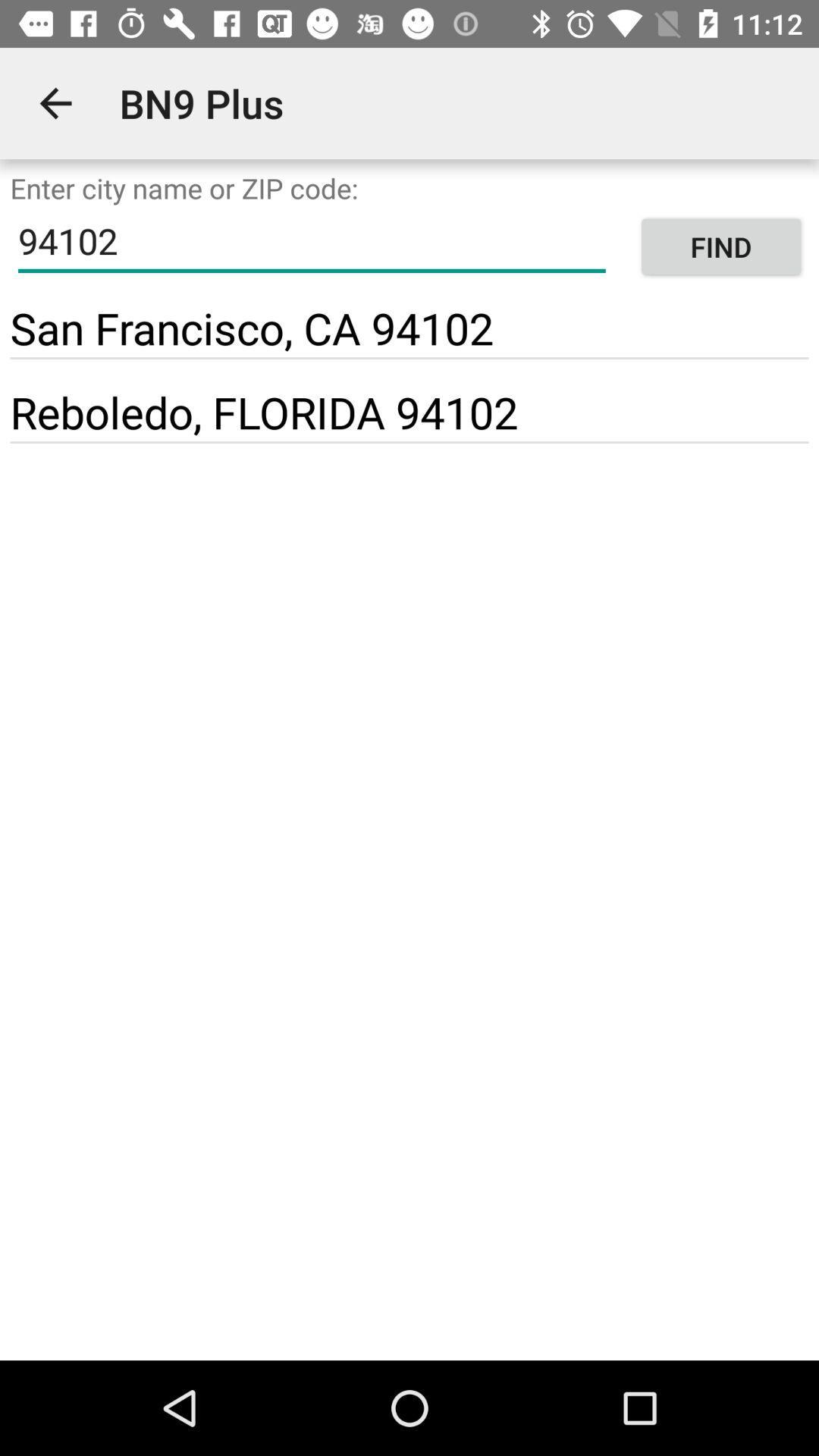 Image resolution: width=819 pixels, height=1456 pixels. I want to click on the item next to find item, so click(251, 327).